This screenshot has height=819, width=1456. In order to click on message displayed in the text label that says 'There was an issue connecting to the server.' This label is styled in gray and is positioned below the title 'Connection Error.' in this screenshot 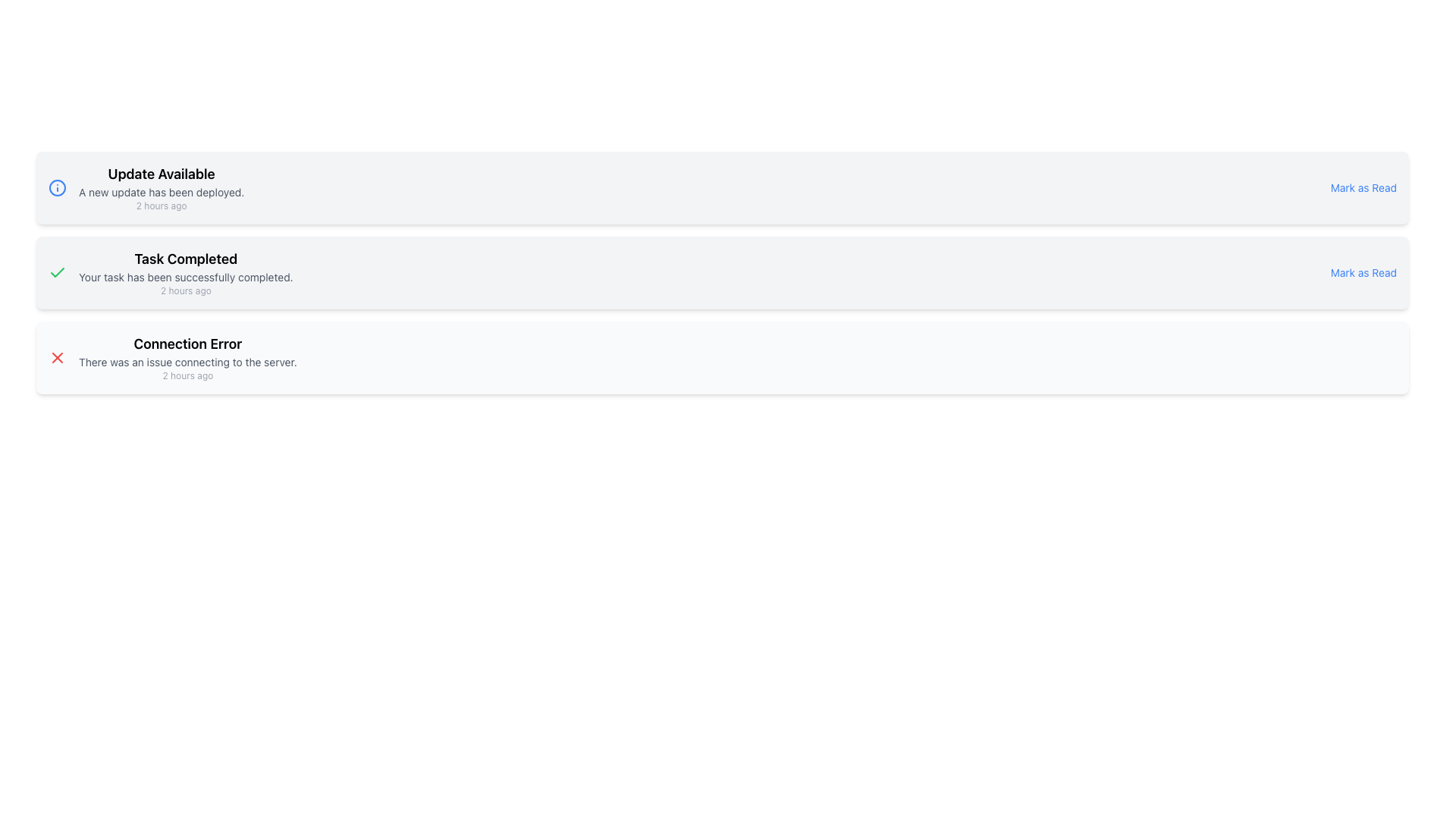, I will do `click(187, 362)`.